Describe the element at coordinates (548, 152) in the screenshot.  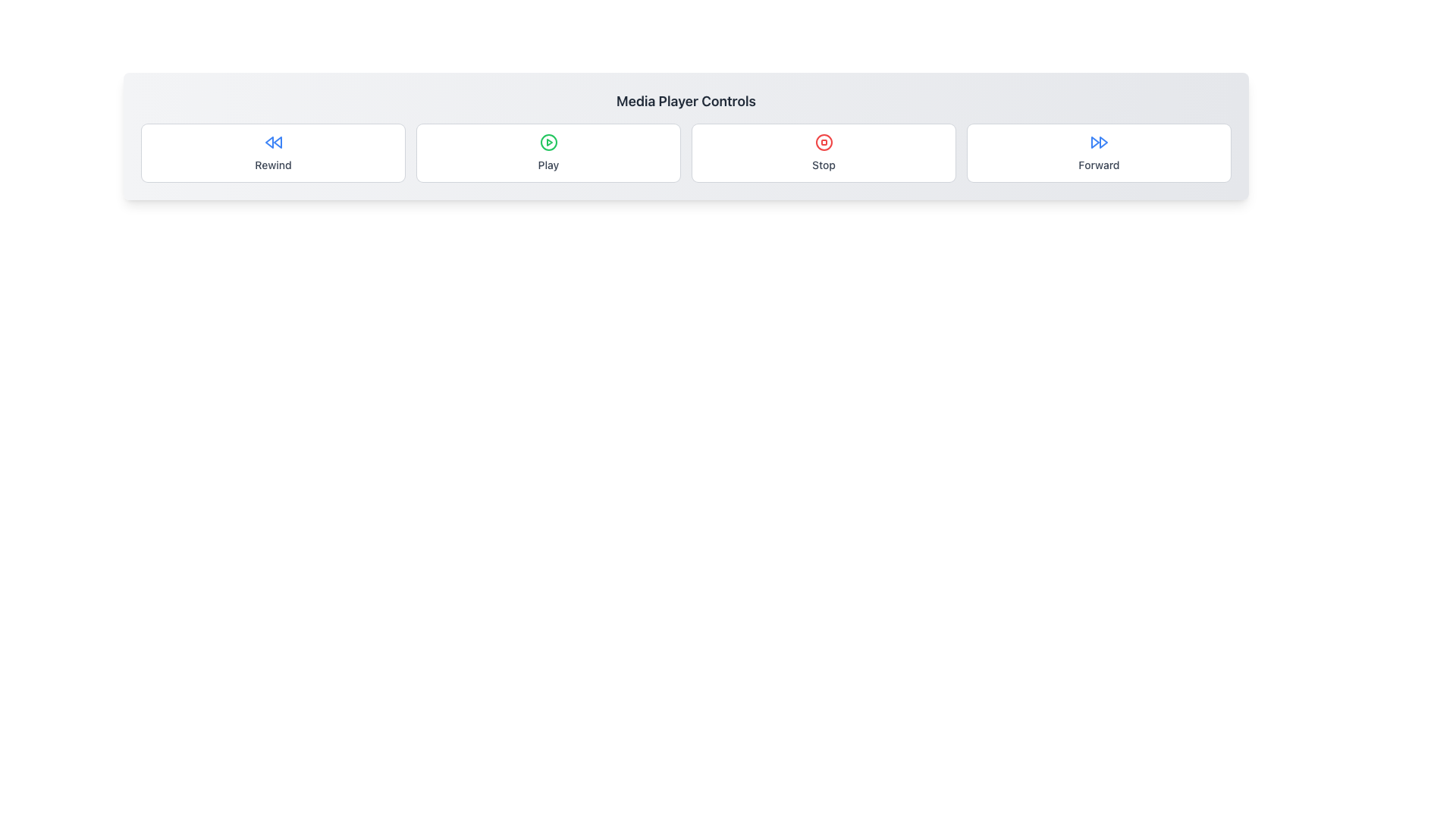
I see `the 'Play' button in the media player interface` at that location.